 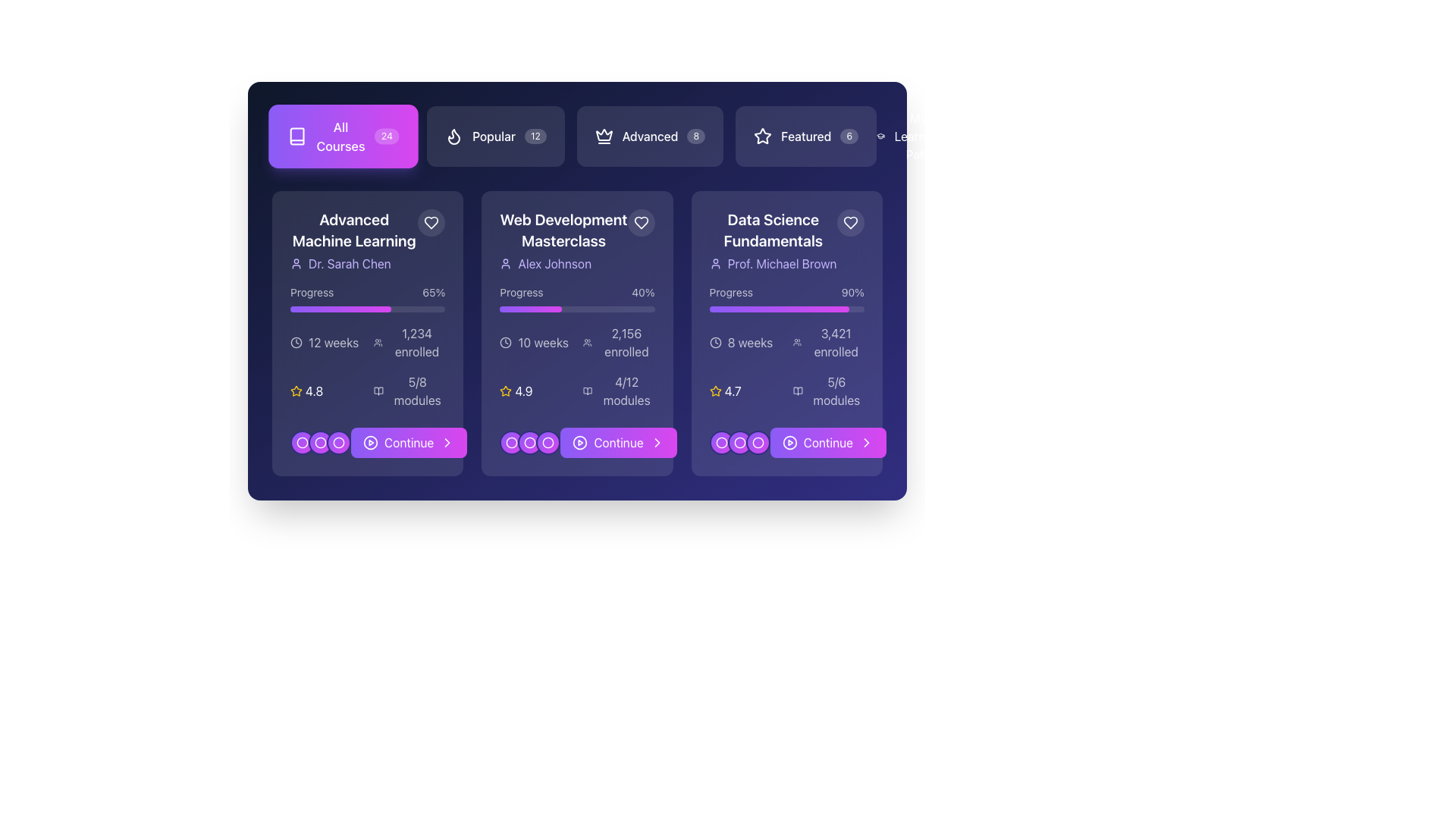 I want to click on the user profile represented, so click(x=773, y=262).